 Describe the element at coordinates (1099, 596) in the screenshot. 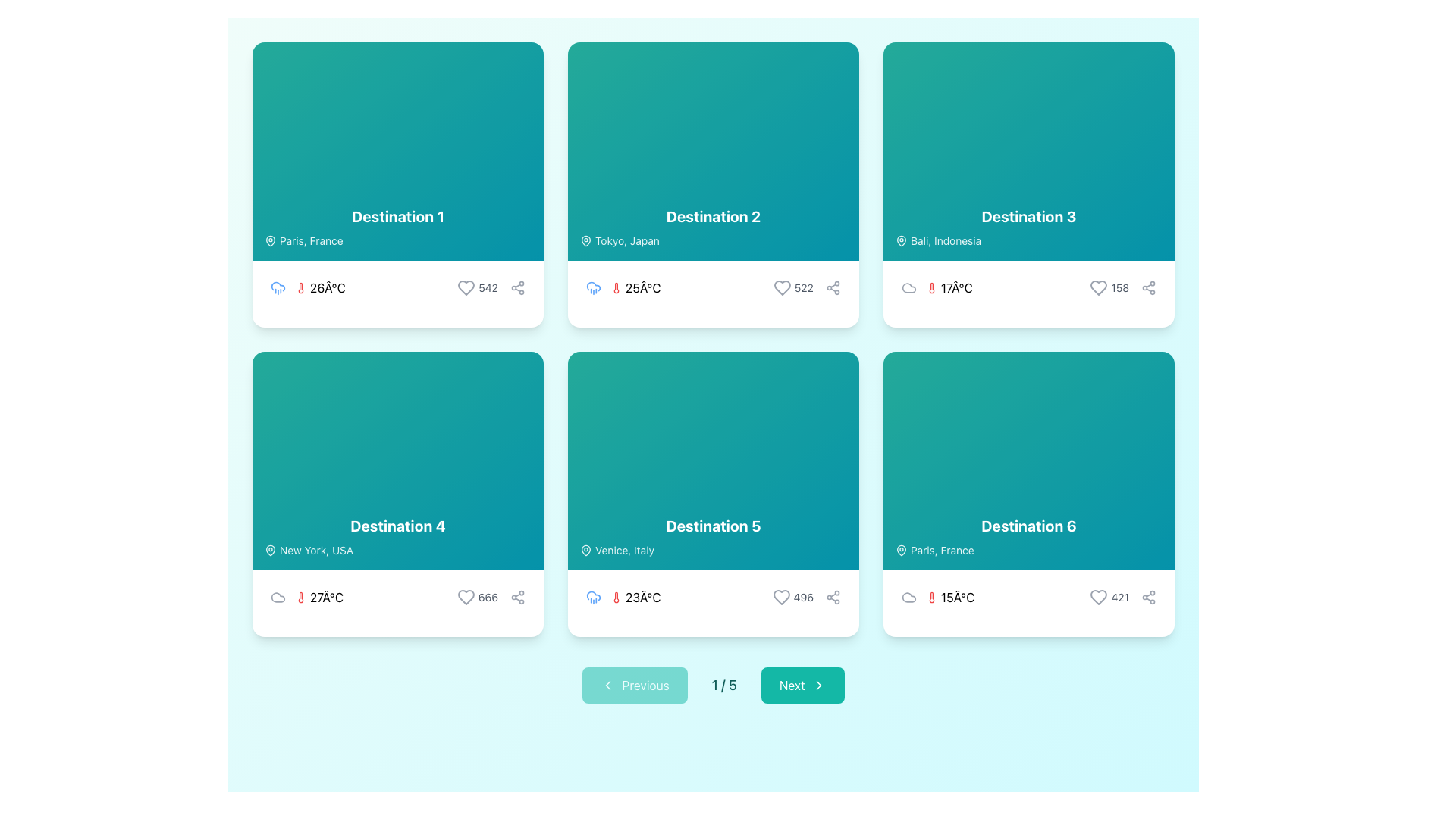

I see `the heart icon located in the bottom-right section of the 'Destination 6' card to like or favorite it` at that location.